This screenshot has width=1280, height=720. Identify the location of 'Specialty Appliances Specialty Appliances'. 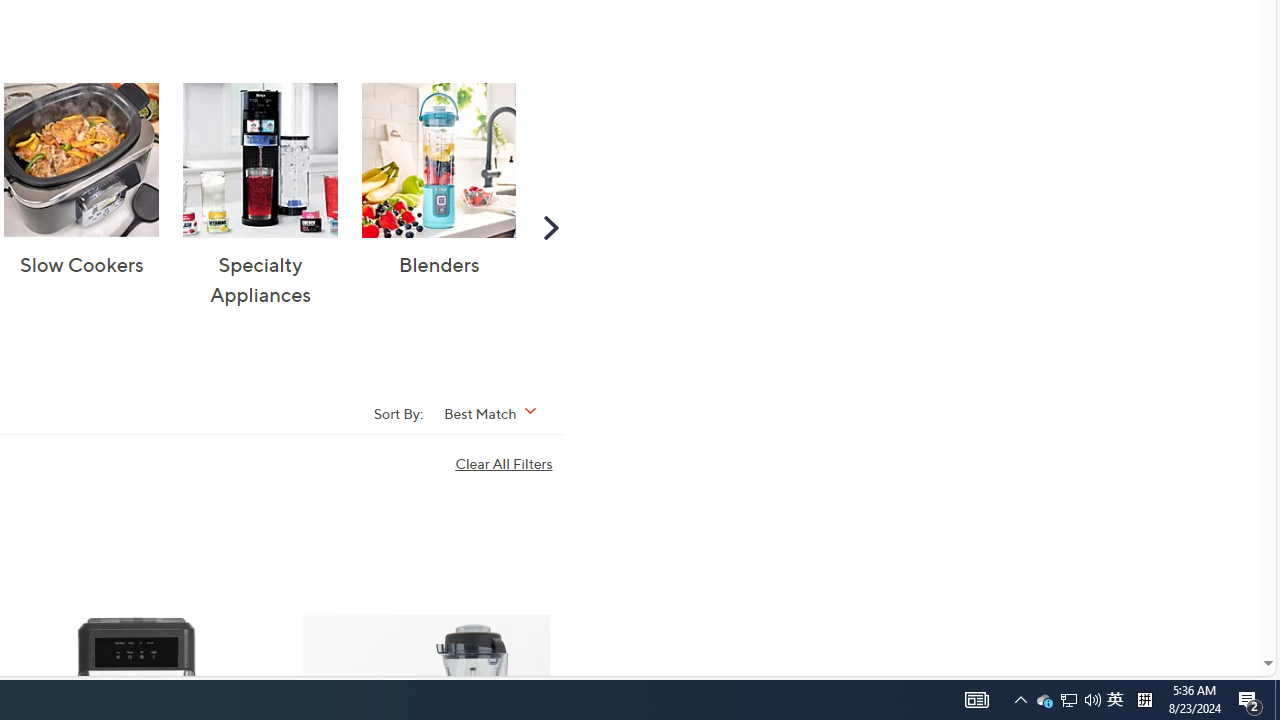
(259, 196).